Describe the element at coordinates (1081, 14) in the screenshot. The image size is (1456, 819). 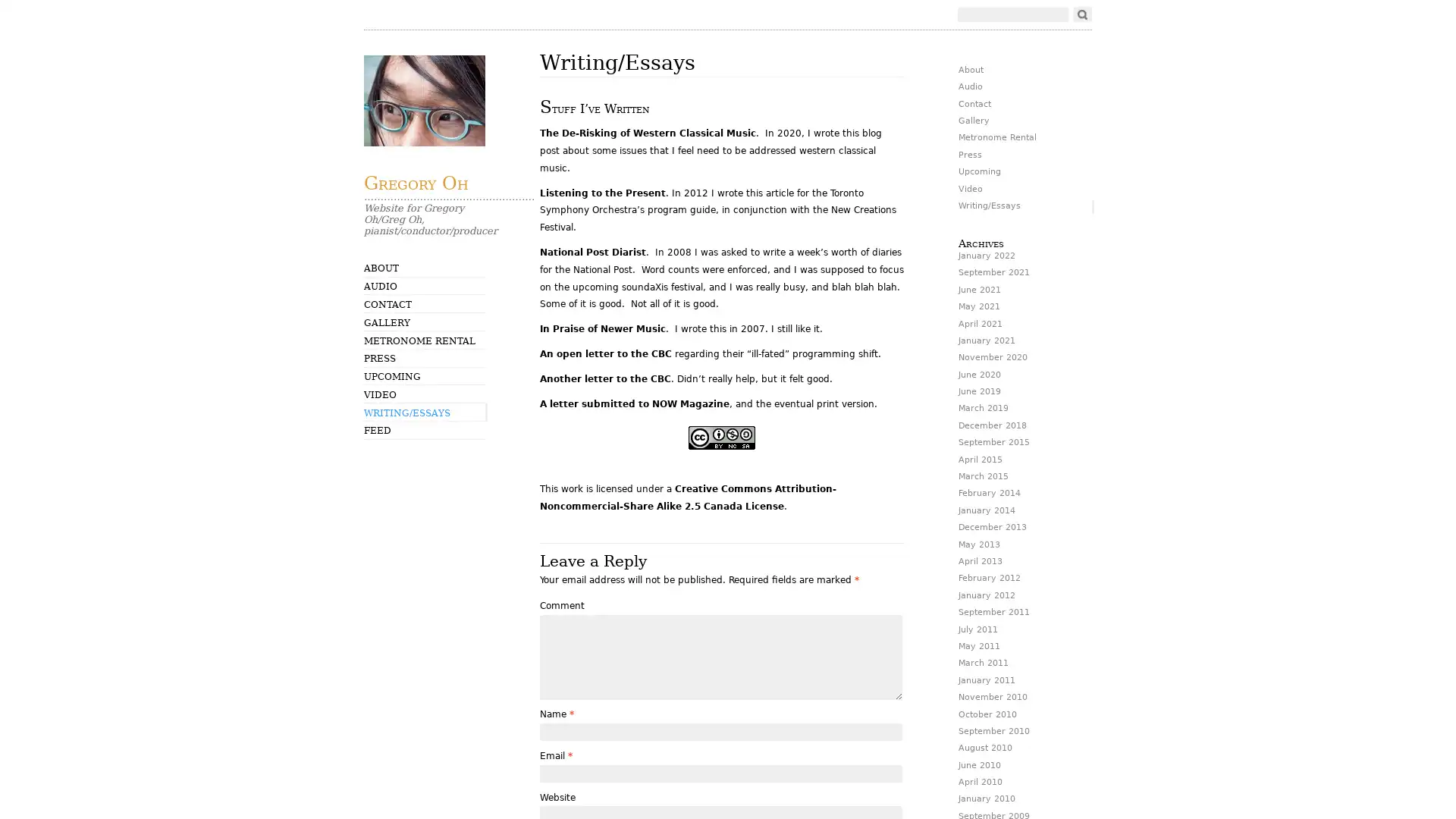
I see `Go` at that location.